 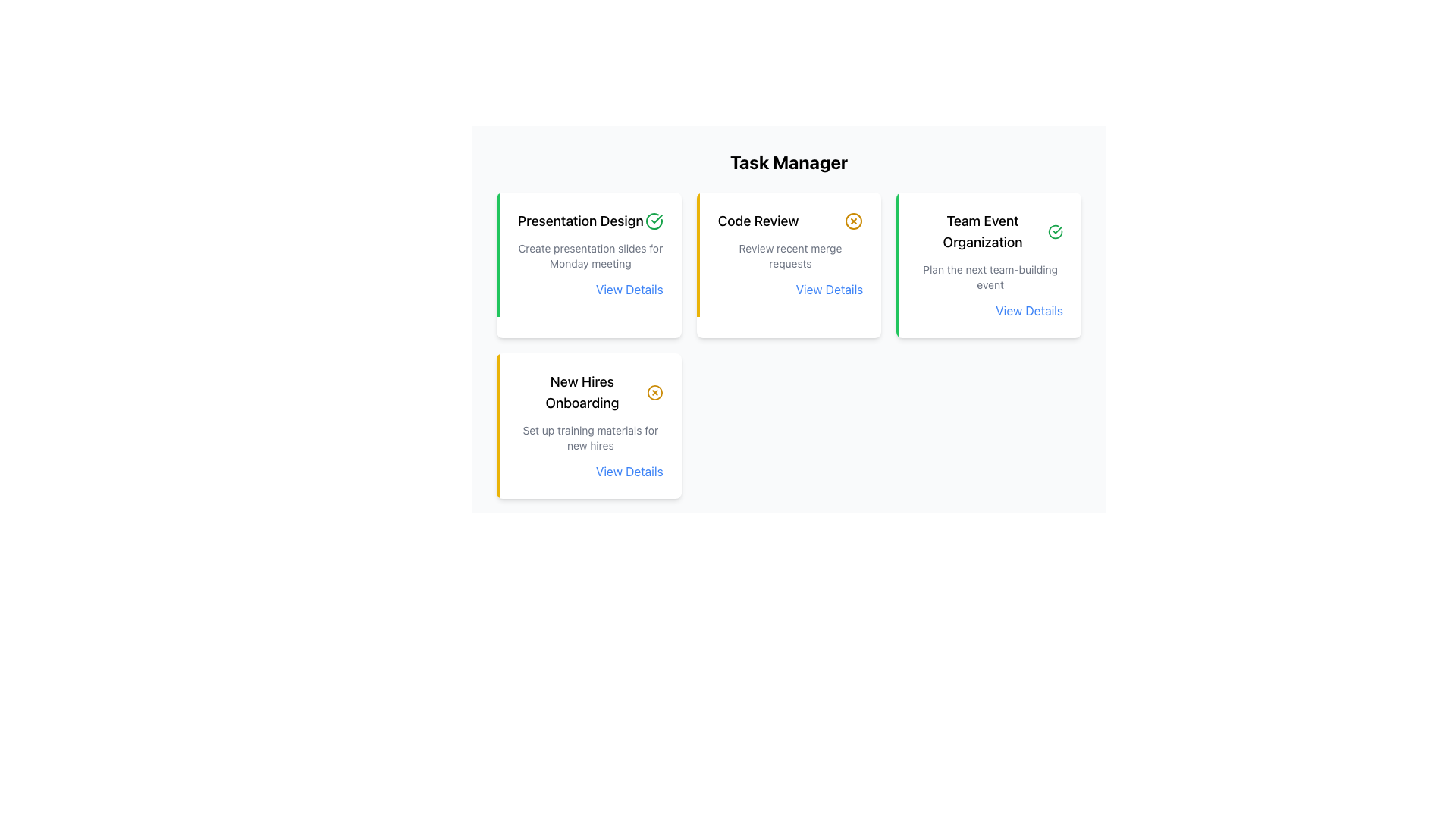 What do you see at coordinates (581, 391) in the screenshot?
I see `the text label that conveys the title of the task related to onboarding new hires, located at the center of the second card in the first row of task cards labeled 'New Hires Onboarding'` at bounding box center [581, 391].